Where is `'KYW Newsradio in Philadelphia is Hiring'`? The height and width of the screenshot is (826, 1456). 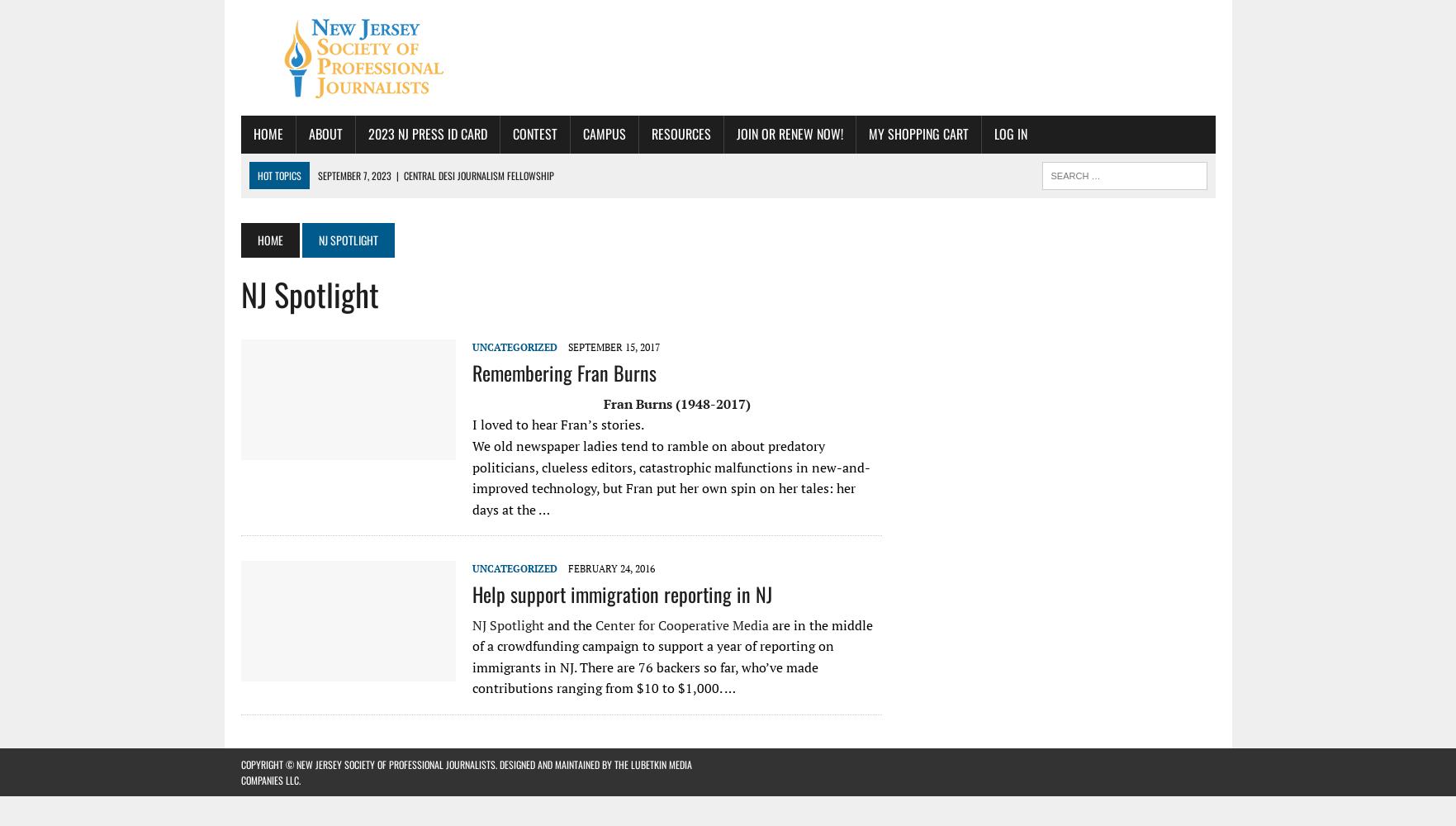
'KYW Newsradio in Philadelphia is Hiring' is located at coordinates (409, 256).